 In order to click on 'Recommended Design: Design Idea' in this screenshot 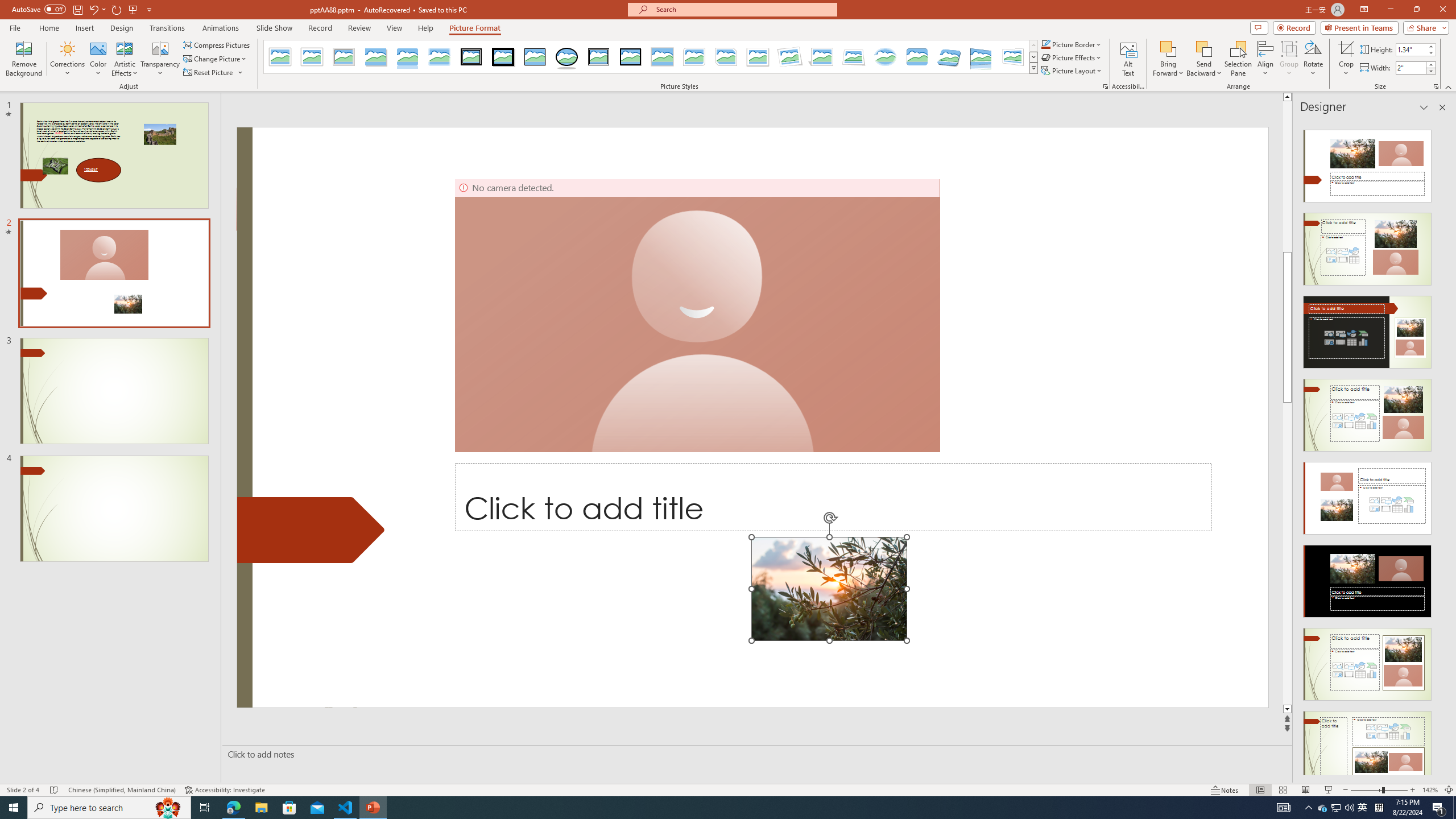, I will do `click(1366, 162)`.